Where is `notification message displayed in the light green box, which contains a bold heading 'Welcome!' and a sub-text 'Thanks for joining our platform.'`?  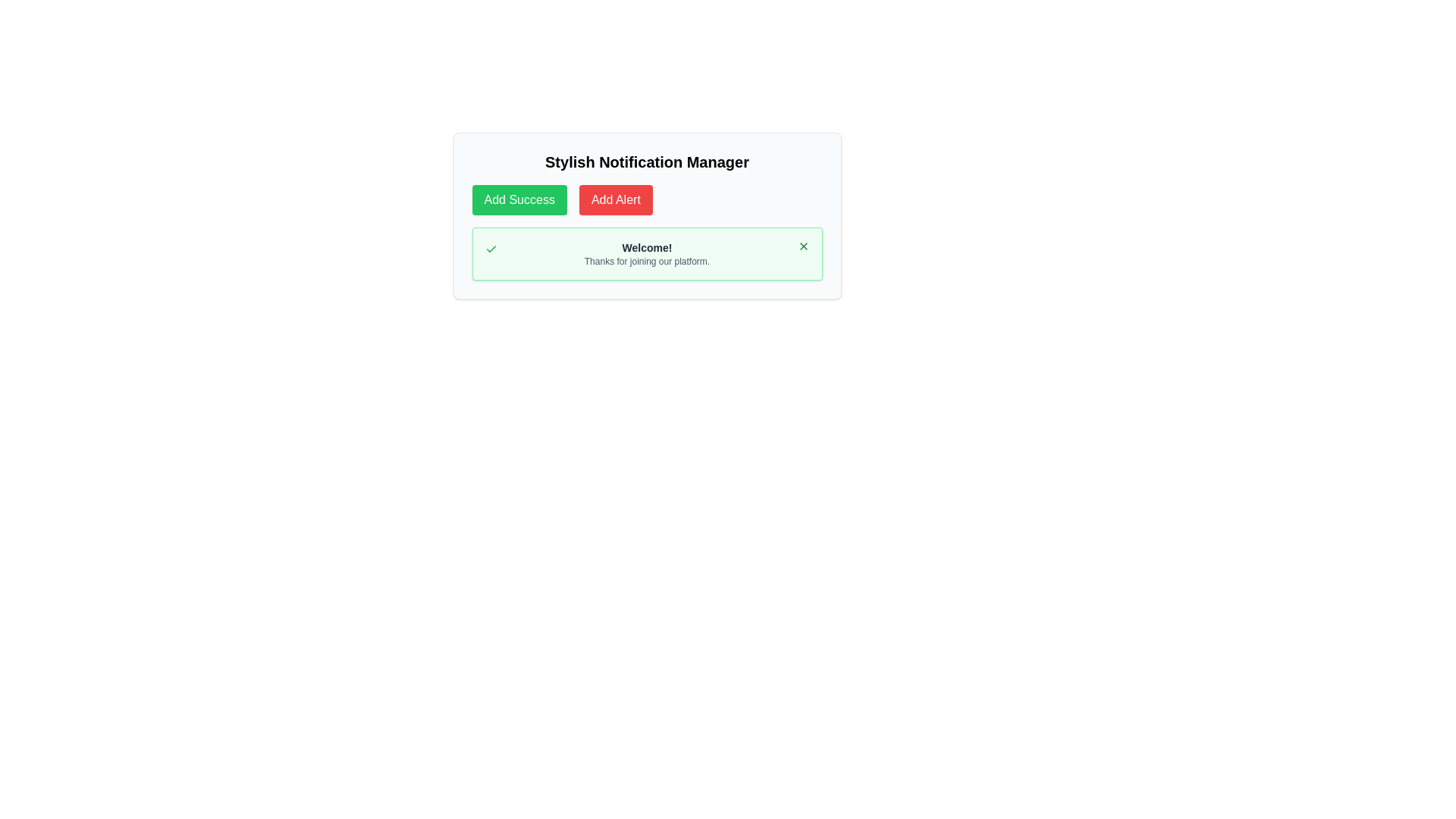 notification message displayed in the light green box, which contains a bold heading 'Welcome!' and a sub-text 'Thanks for joining our platform.' is located at coordinates (647, 253).